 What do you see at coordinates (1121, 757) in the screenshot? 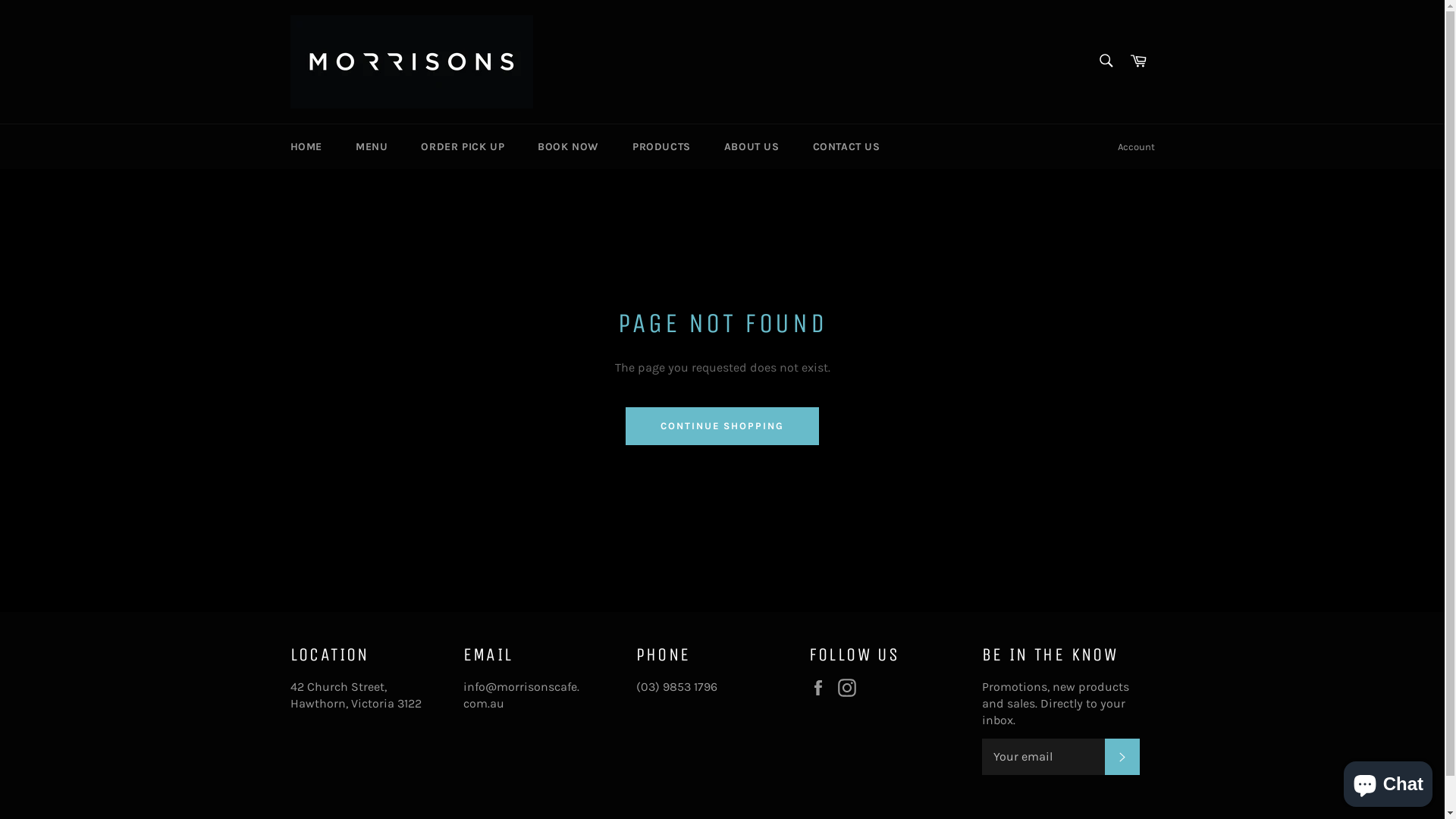
I see `'SUBSCRIBE'` at bounding box center [1121, 757].